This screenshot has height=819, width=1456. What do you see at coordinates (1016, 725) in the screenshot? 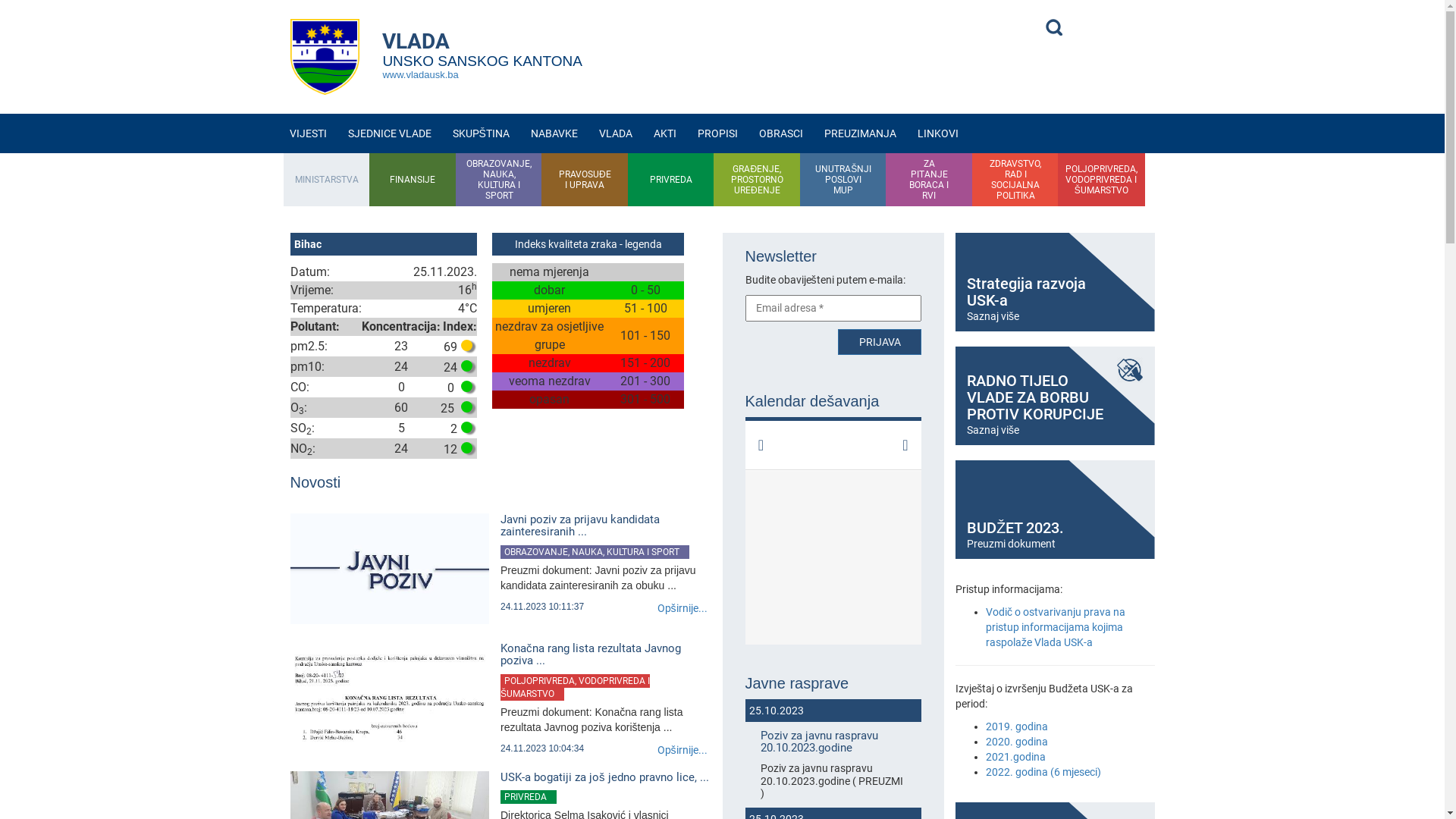
I see `'2019. godina'` at bounding box center [1016, 725].